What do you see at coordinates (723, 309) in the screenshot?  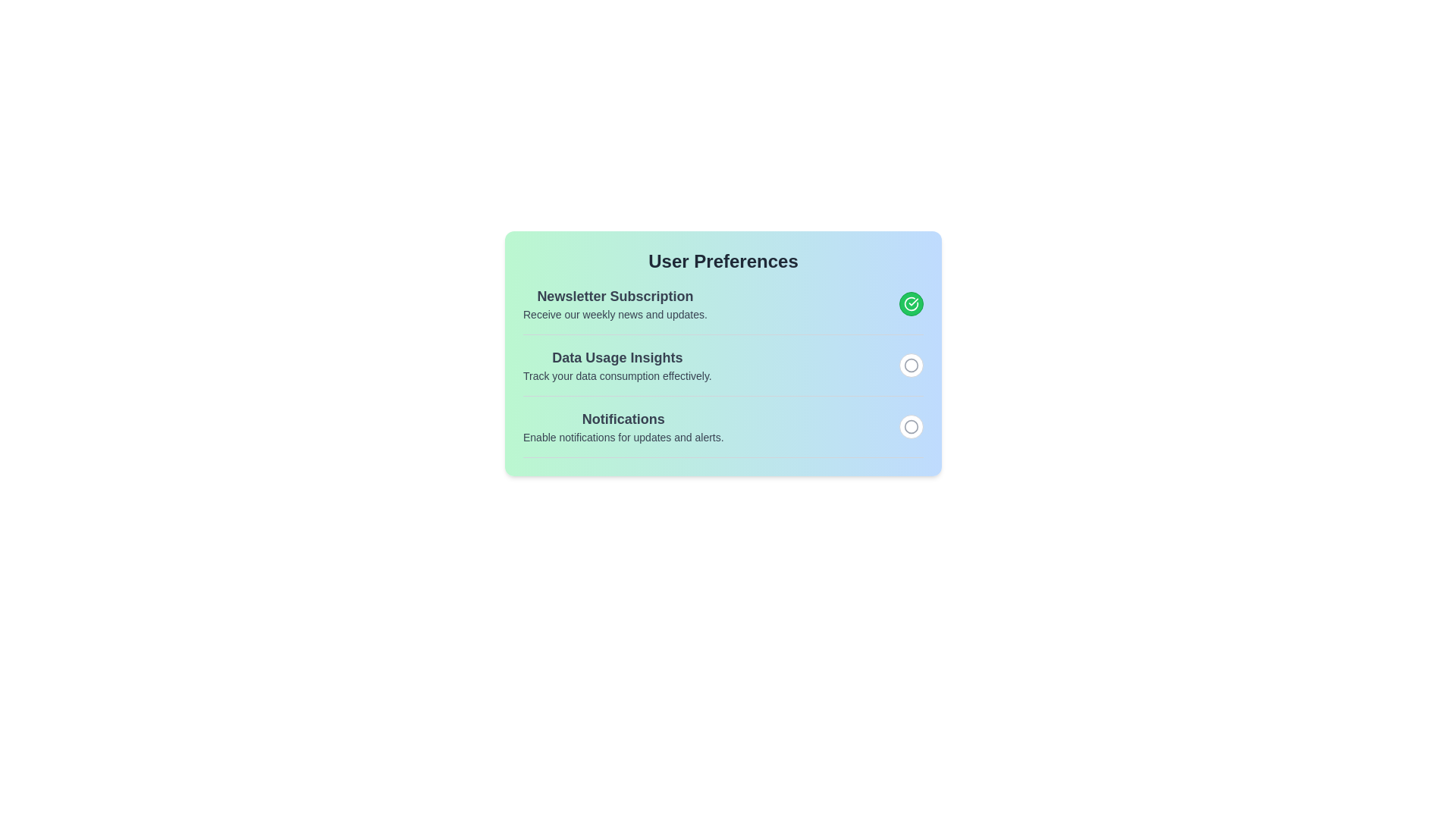 I see `the informational block that displays the subscription status for receiving a newsletter, indicated by a green checkmark, located under 'User Preferences'` at bounding box center [723, 309].